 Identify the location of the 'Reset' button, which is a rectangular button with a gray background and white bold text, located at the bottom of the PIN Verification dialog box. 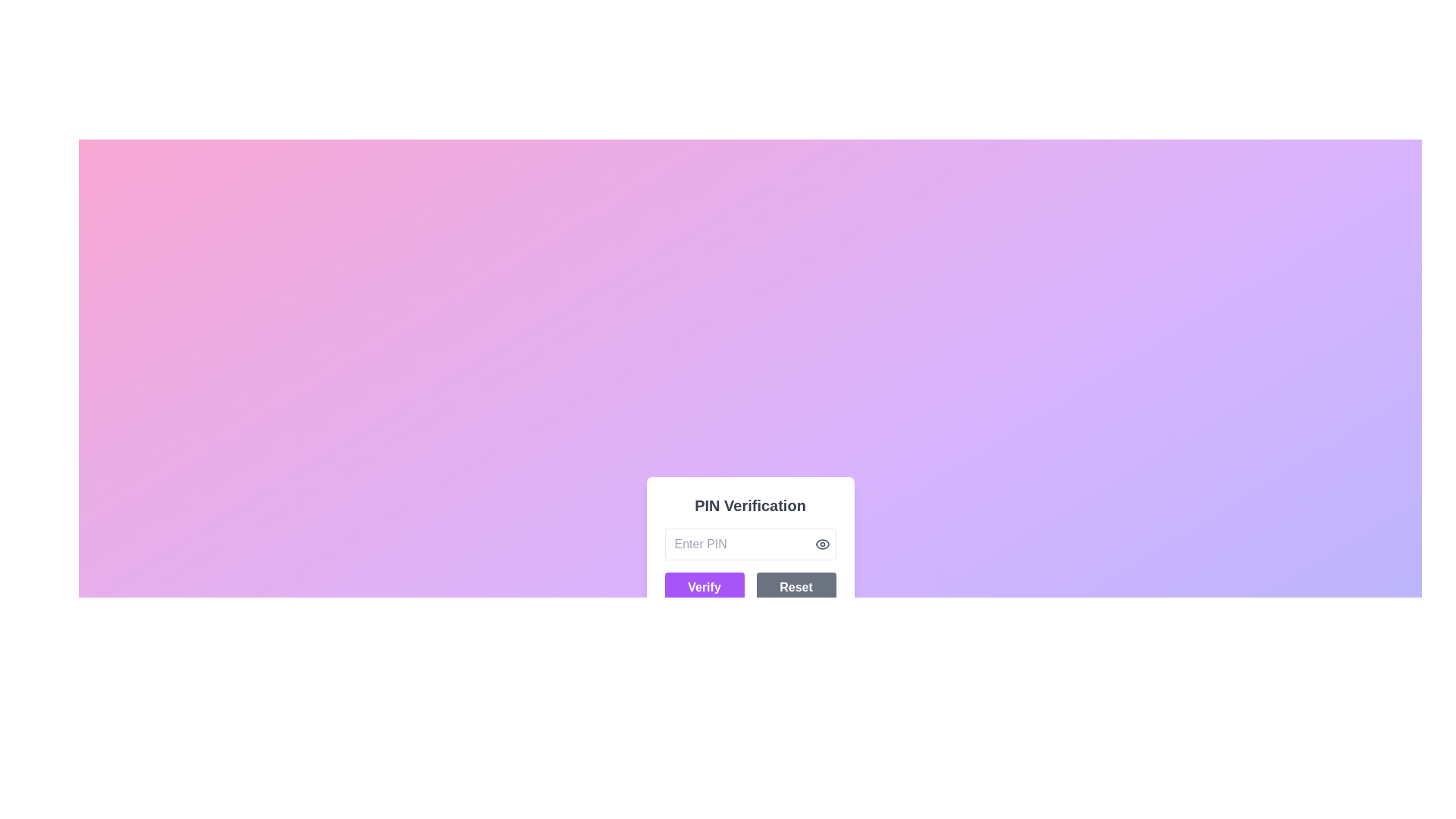
(795, 587).